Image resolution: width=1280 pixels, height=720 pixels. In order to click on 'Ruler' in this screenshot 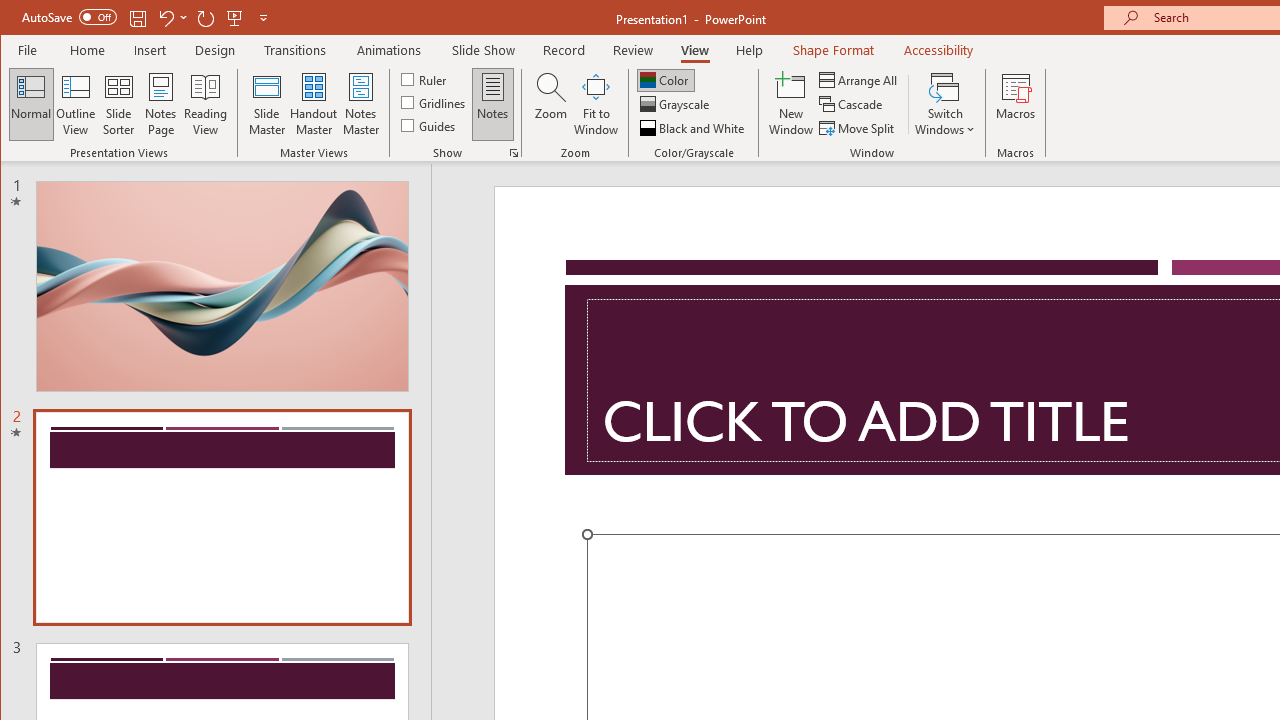, I will do `click(424, 78)`.